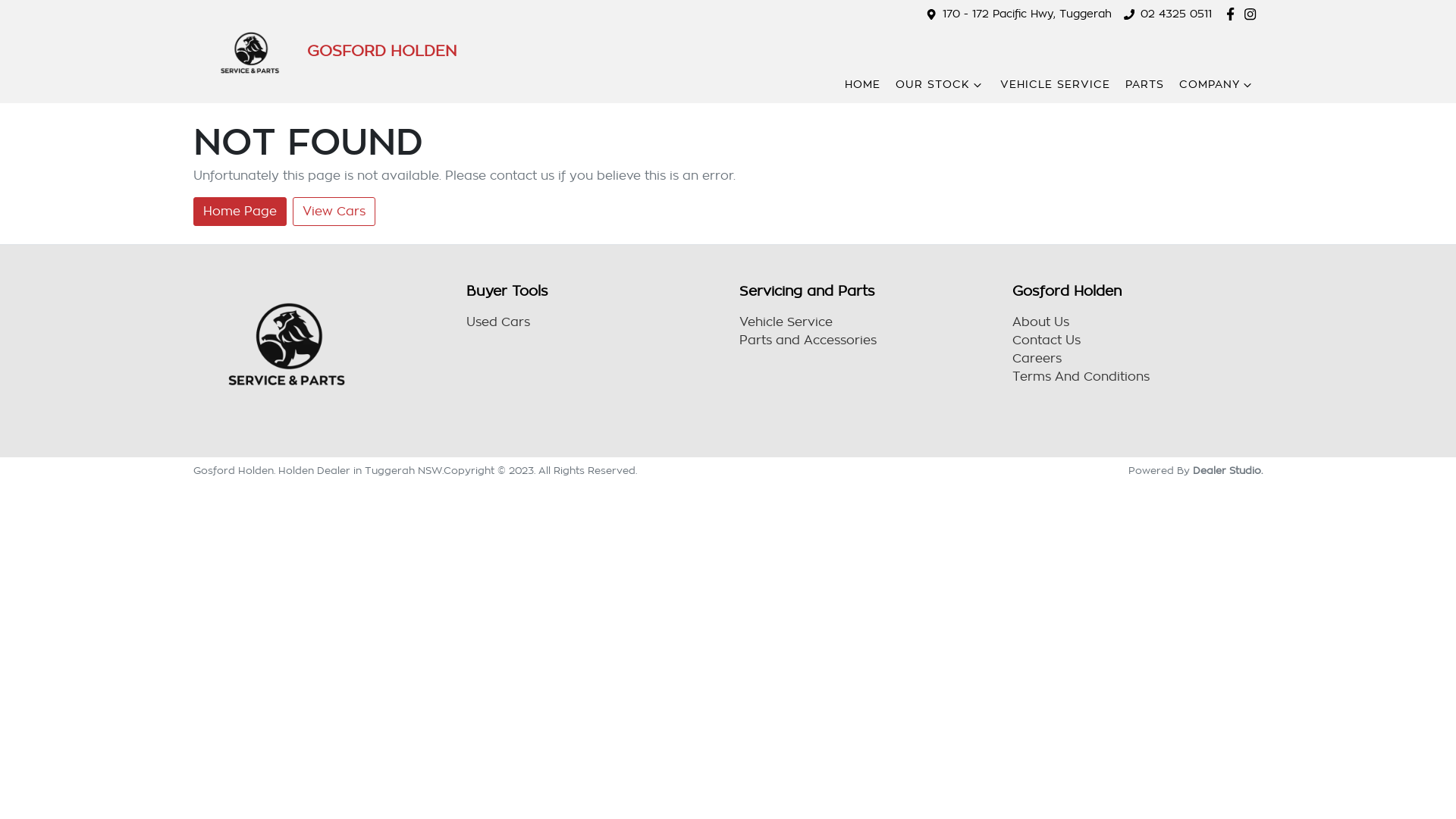 Image resolution: width=1456 pixels, height=819 pixels. I want to click on 'Contact Us', so click(1046, 339).